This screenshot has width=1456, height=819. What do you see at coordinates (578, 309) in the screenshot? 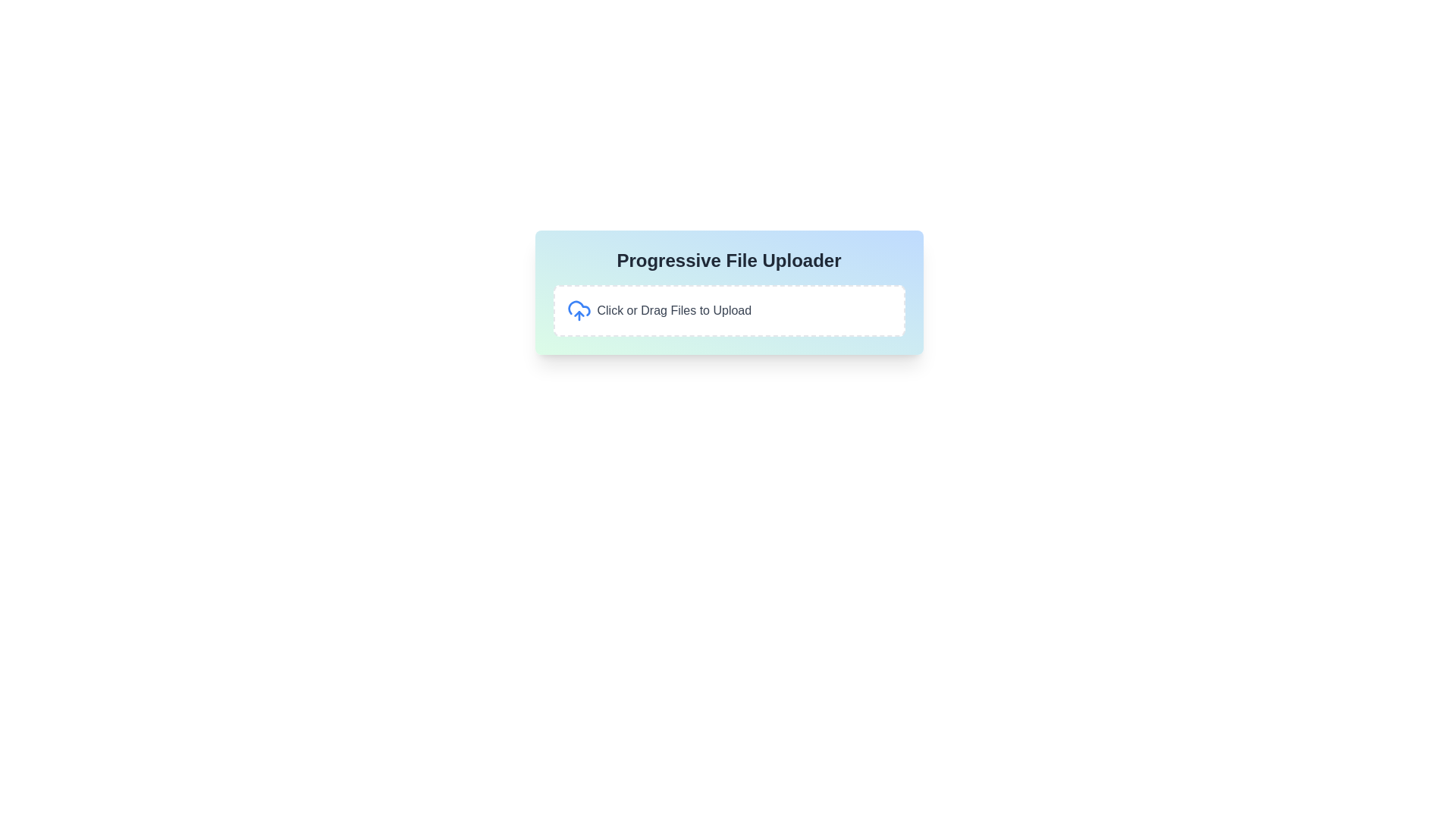
I see `the visual representation of the cloud icon with an upward arrow, which symbolizes file upload functionality, located within the bordered rectangular area labeled 'Click or Drag Files to Upload'` at bounding box center [578, 309].